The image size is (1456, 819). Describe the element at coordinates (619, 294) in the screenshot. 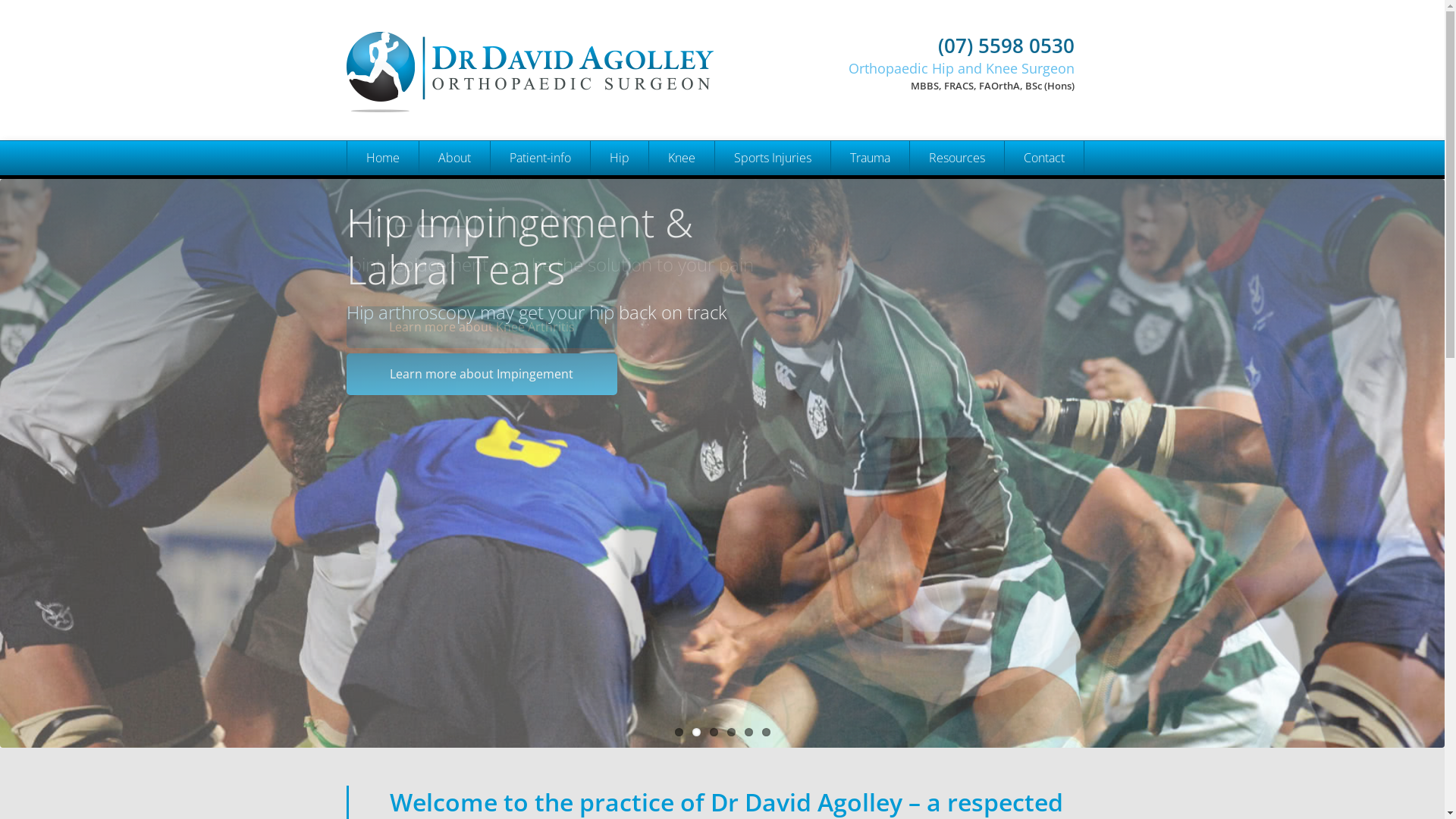

I see `'Hip Impingement and labral tears'` at that location.